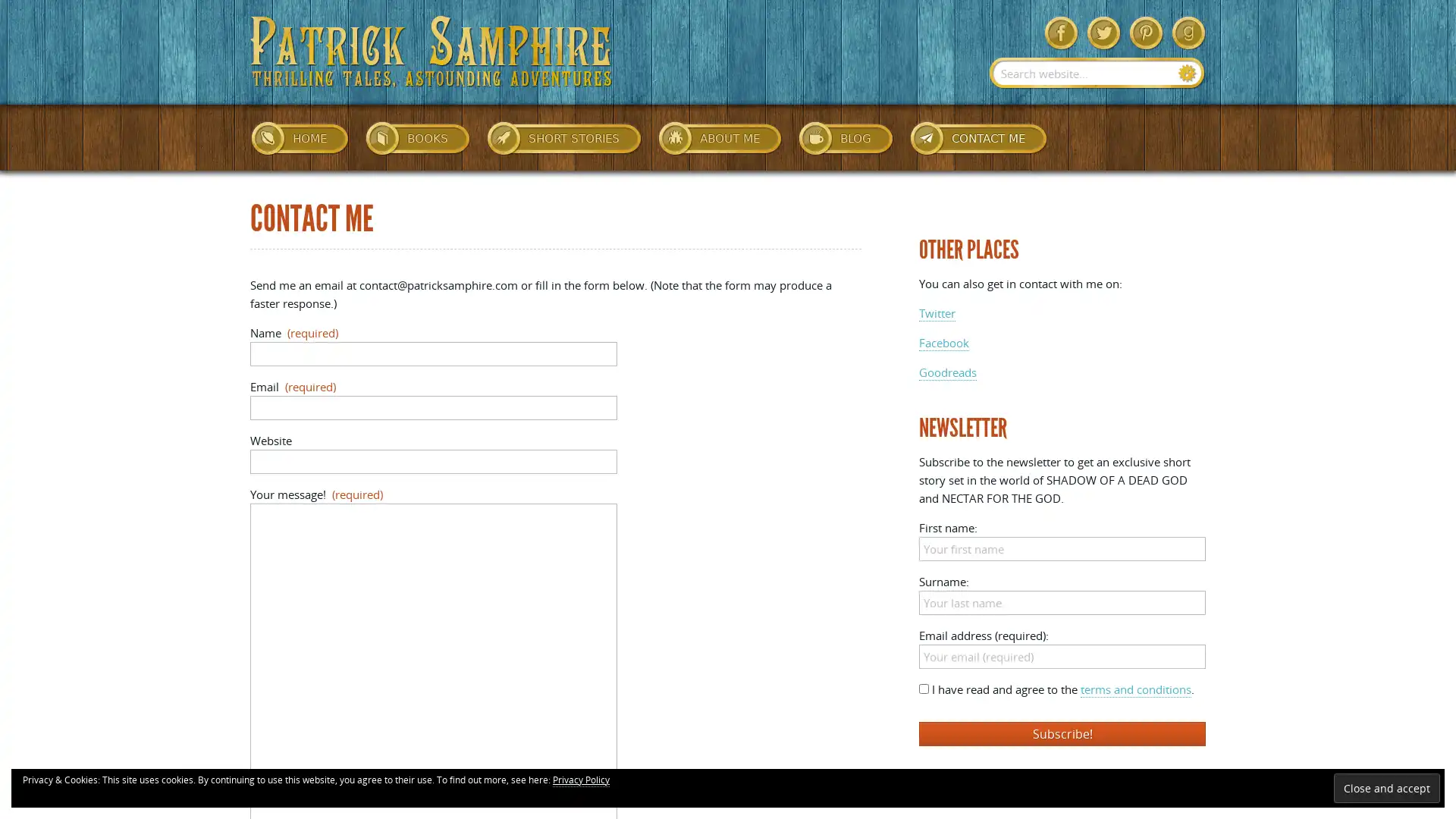 The width and height of the screenshot is (1456, 819). I want to click on Close and accept, so click(1386, 787).